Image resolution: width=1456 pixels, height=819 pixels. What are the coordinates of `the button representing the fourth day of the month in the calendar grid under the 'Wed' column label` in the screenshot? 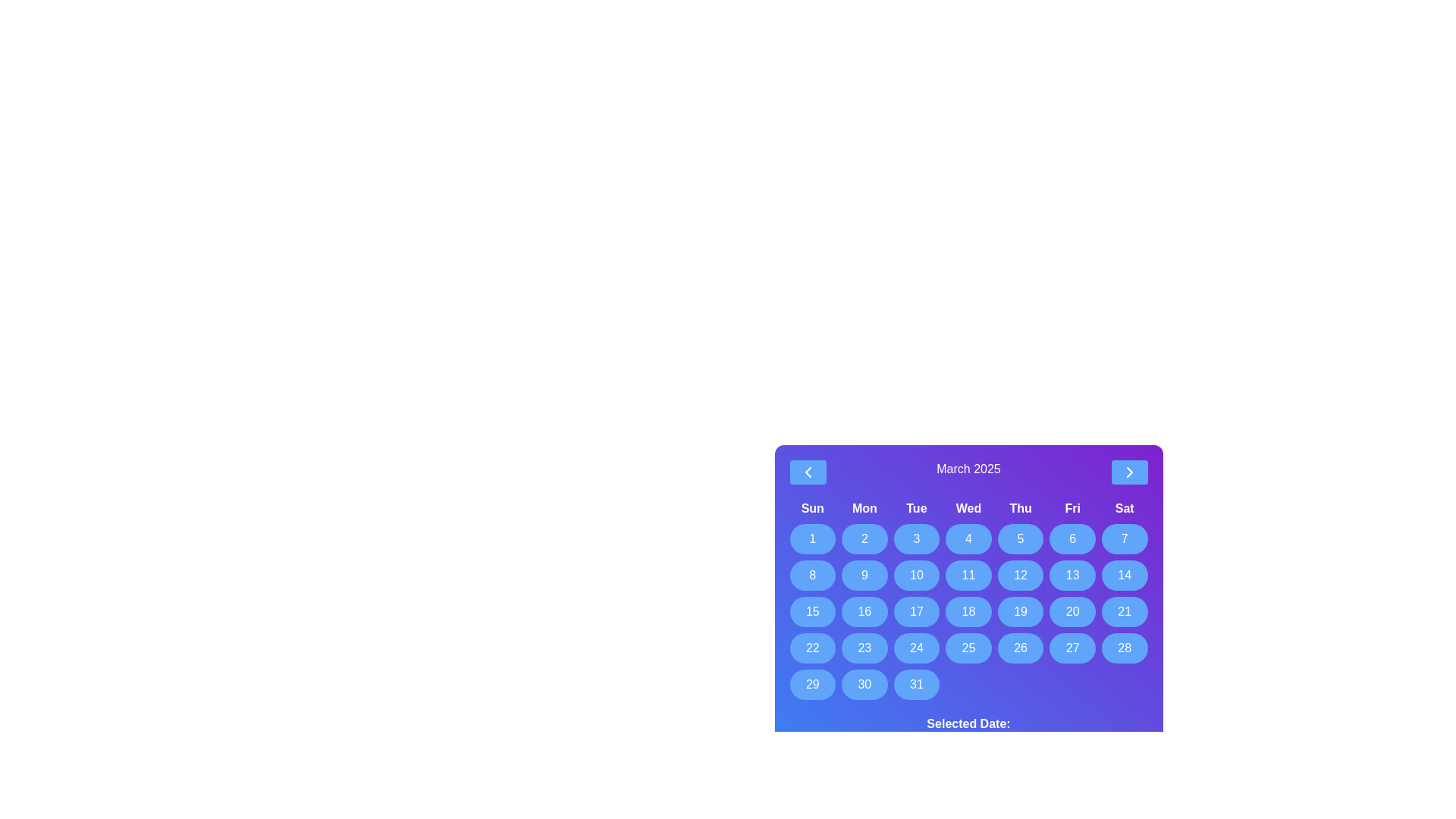 It's located at (967, 538).